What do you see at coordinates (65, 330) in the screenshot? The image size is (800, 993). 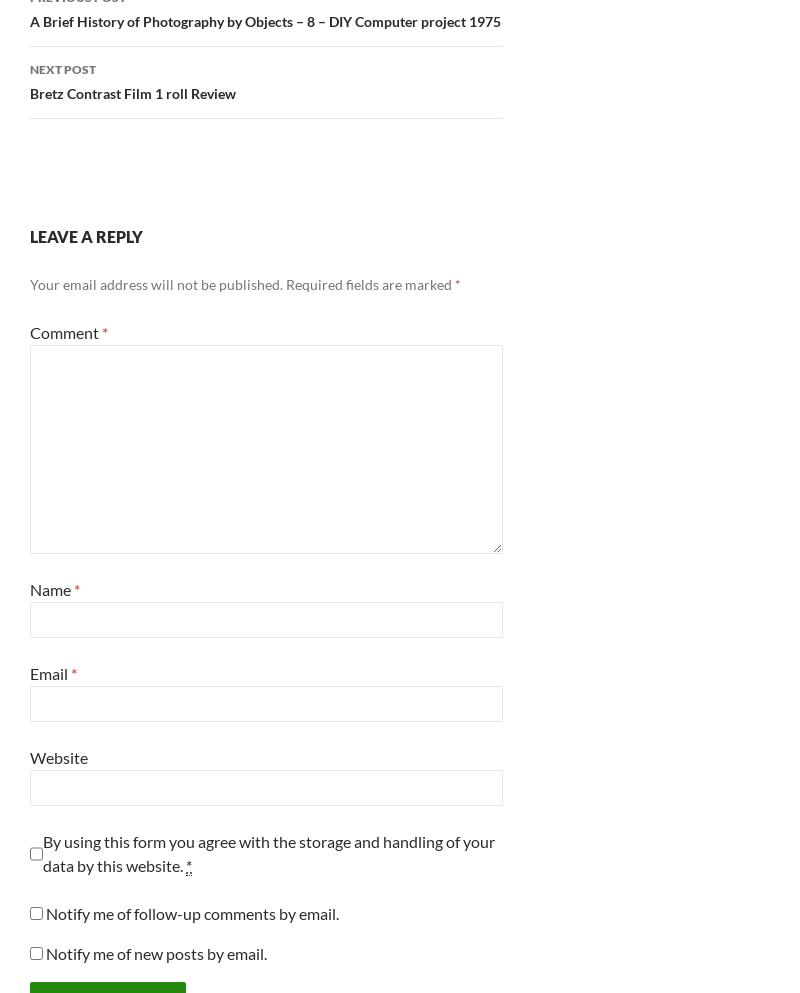 I see `'Comment'` at bounding box center [65, 330].